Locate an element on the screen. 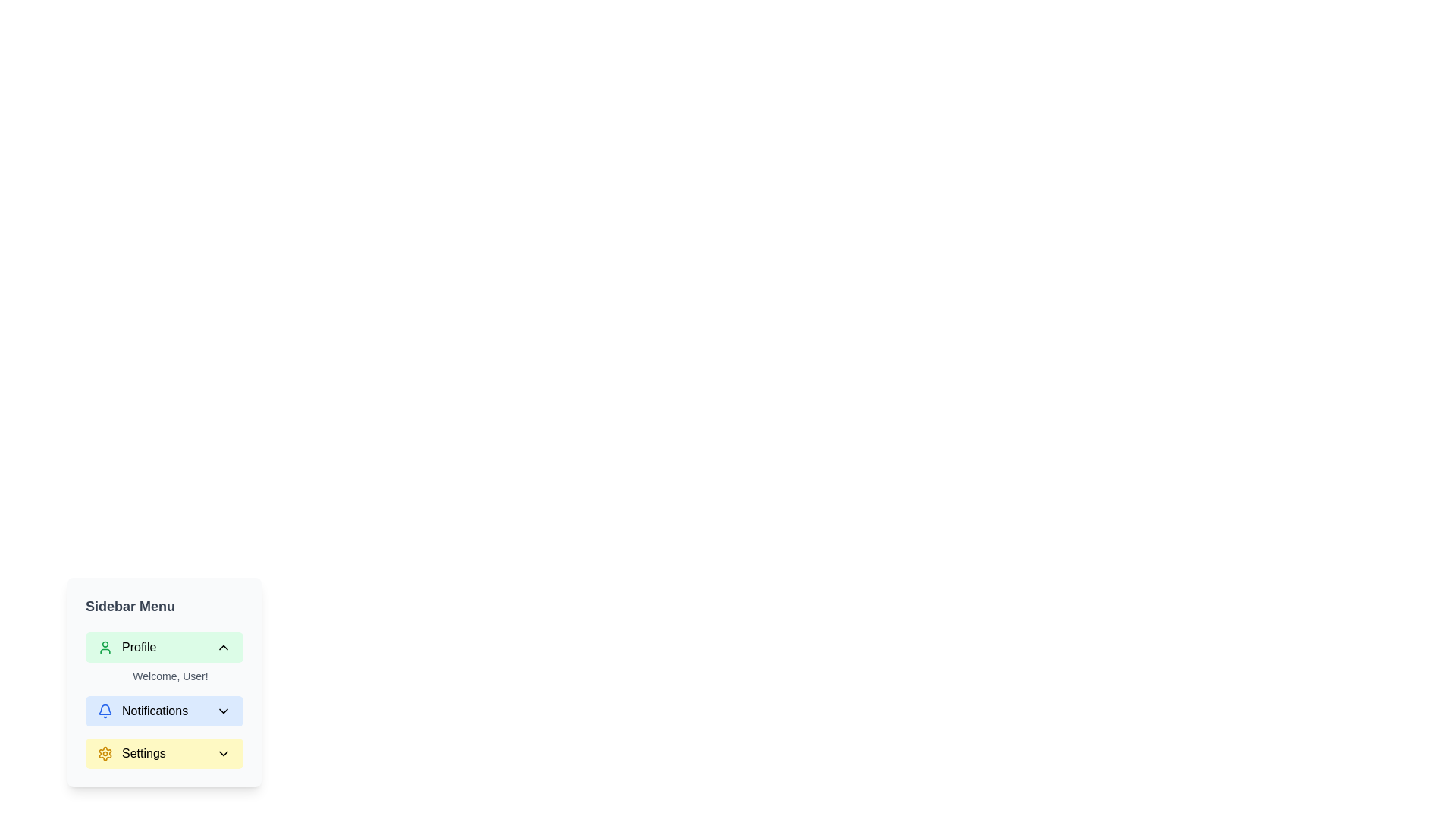 The width and height of the screenshot is (1456, 819). the 'Settings' icon located to the left of the 'Settings' text in the sidebar menu is located at coordinates (105, 754).